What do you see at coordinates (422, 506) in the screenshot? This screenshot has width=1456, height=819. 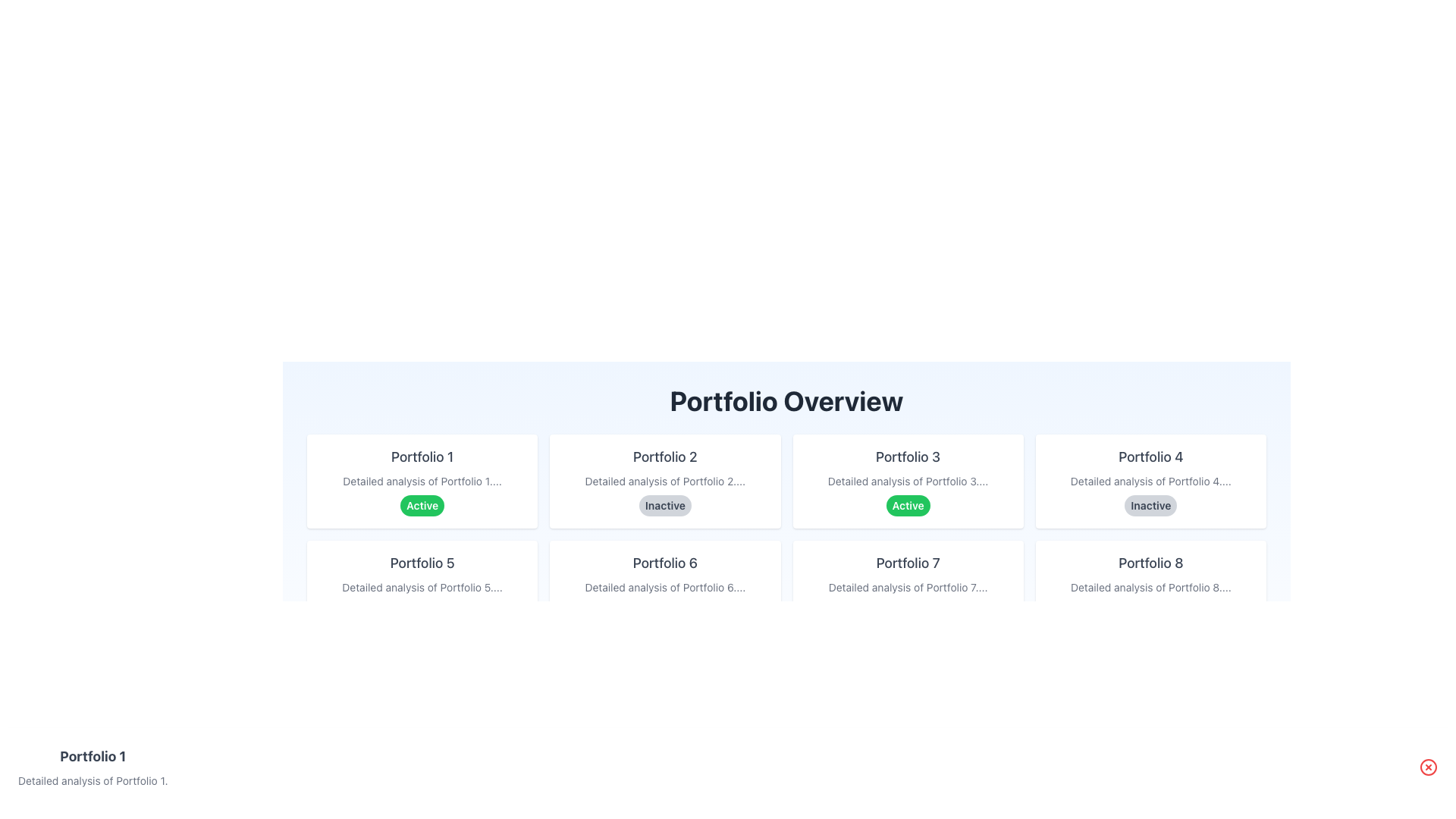 I see `the 'Active' status indication displayed on the green pill-shaped badge located within the 'Portfolio 1' card, below the text 'Detailed analysis of Portfolio 1...'` at bounding box center [422, 506].